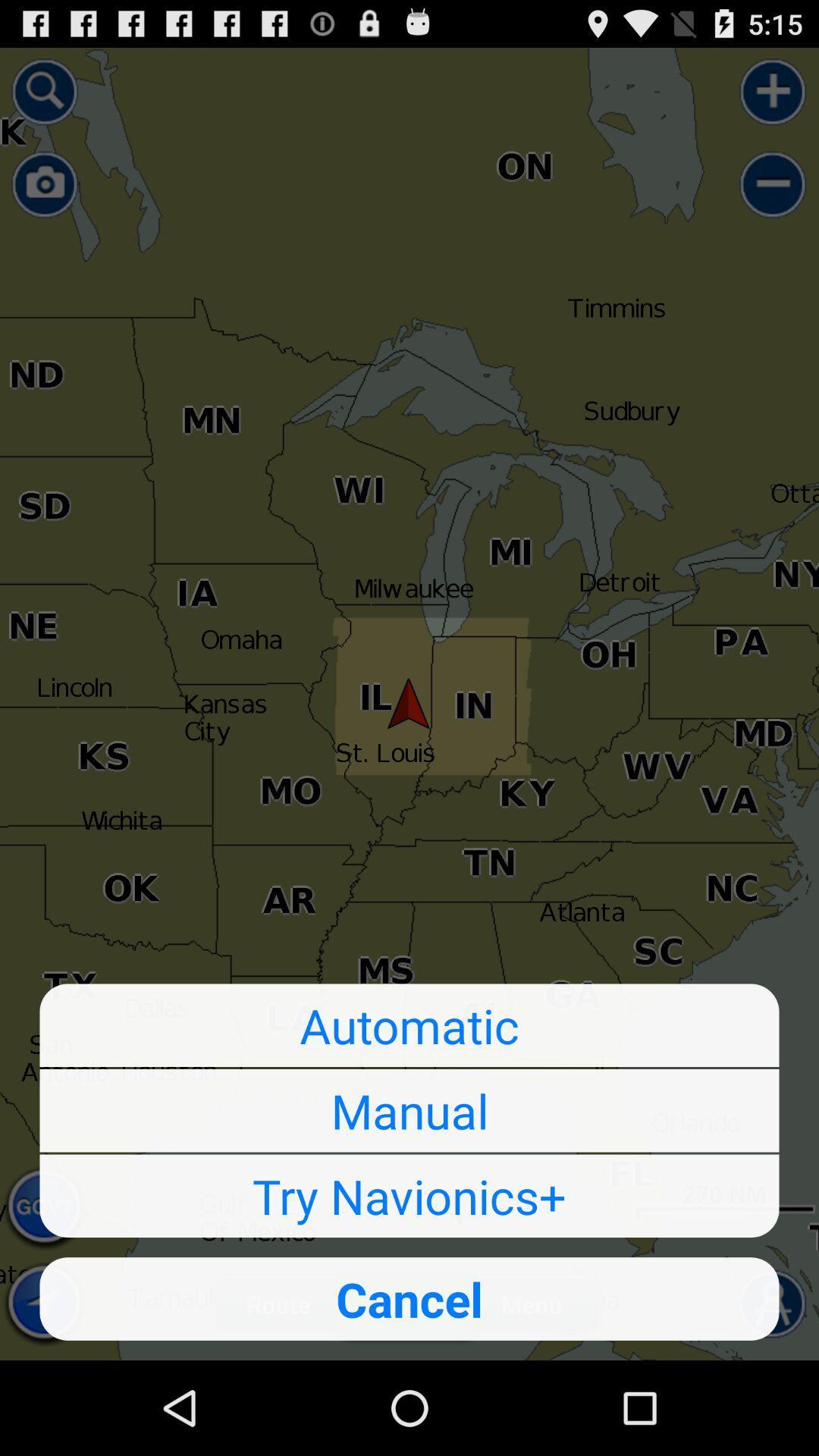 The image size is (819, 1456). What do you see at coordinates (409, 1195) in the screenshot?
I see `the try navionics+ icon` at bounding box center [409, 1195].